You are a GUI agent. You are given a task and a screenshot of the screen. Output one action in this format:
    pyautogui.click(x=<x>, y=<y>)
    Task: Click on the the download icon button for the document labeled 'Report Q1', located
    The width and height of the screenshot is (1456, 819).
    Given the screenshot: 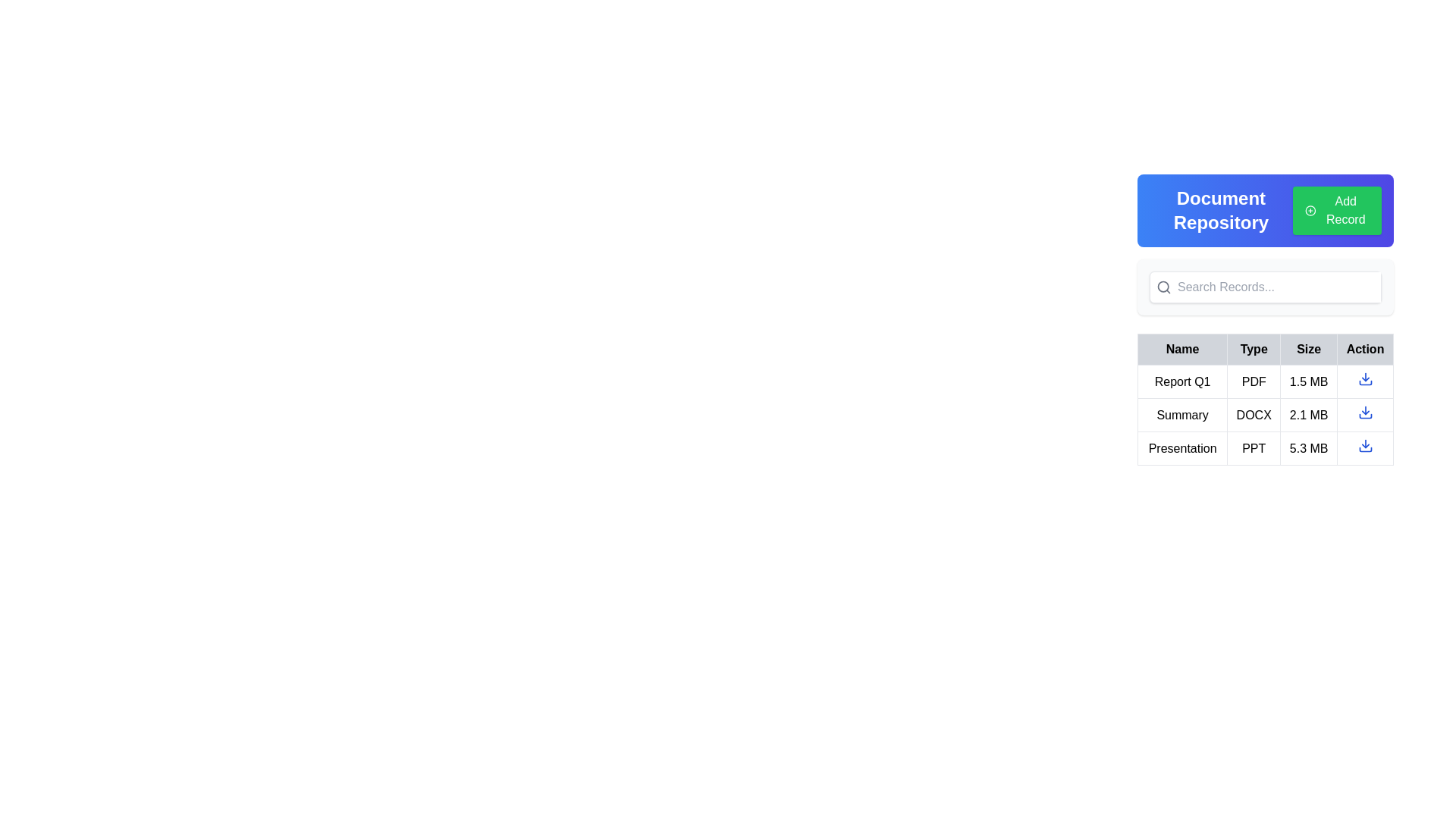 What is the action you would take?
    pyautogui.click(x=1365, y=380)
    